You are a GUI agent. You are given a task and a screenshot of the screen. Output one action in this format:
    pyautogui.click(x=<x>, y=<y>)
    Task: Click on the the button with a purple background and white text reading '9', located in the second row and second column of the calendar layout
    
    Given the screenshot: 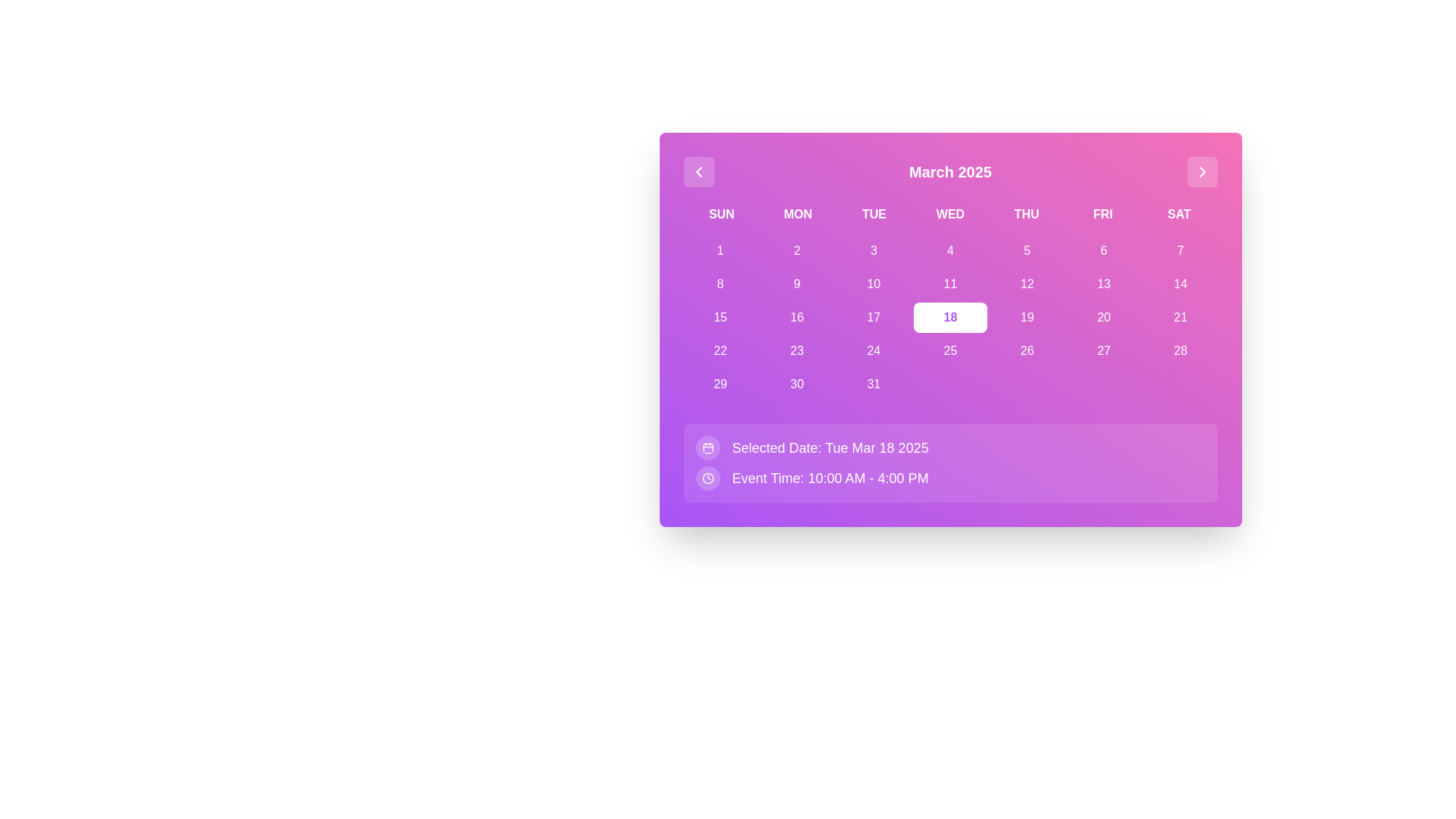 What is the action you would take?
    pyautogui.click(x=796, y=284)
    